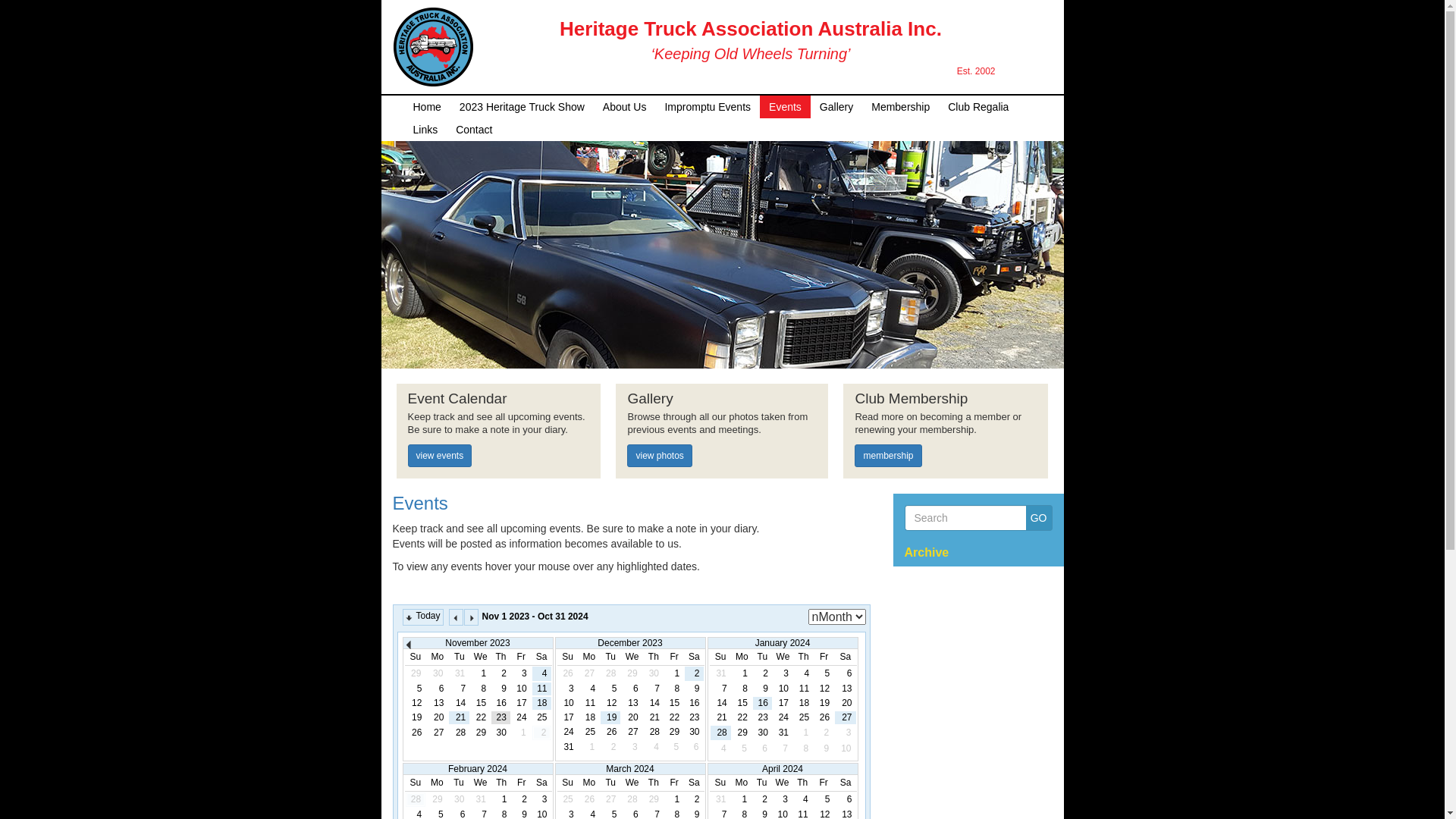 The image size is (1456, 819). Describe the element at coordinates (666, 703) in the screenshot. I see `'15'` at that location.